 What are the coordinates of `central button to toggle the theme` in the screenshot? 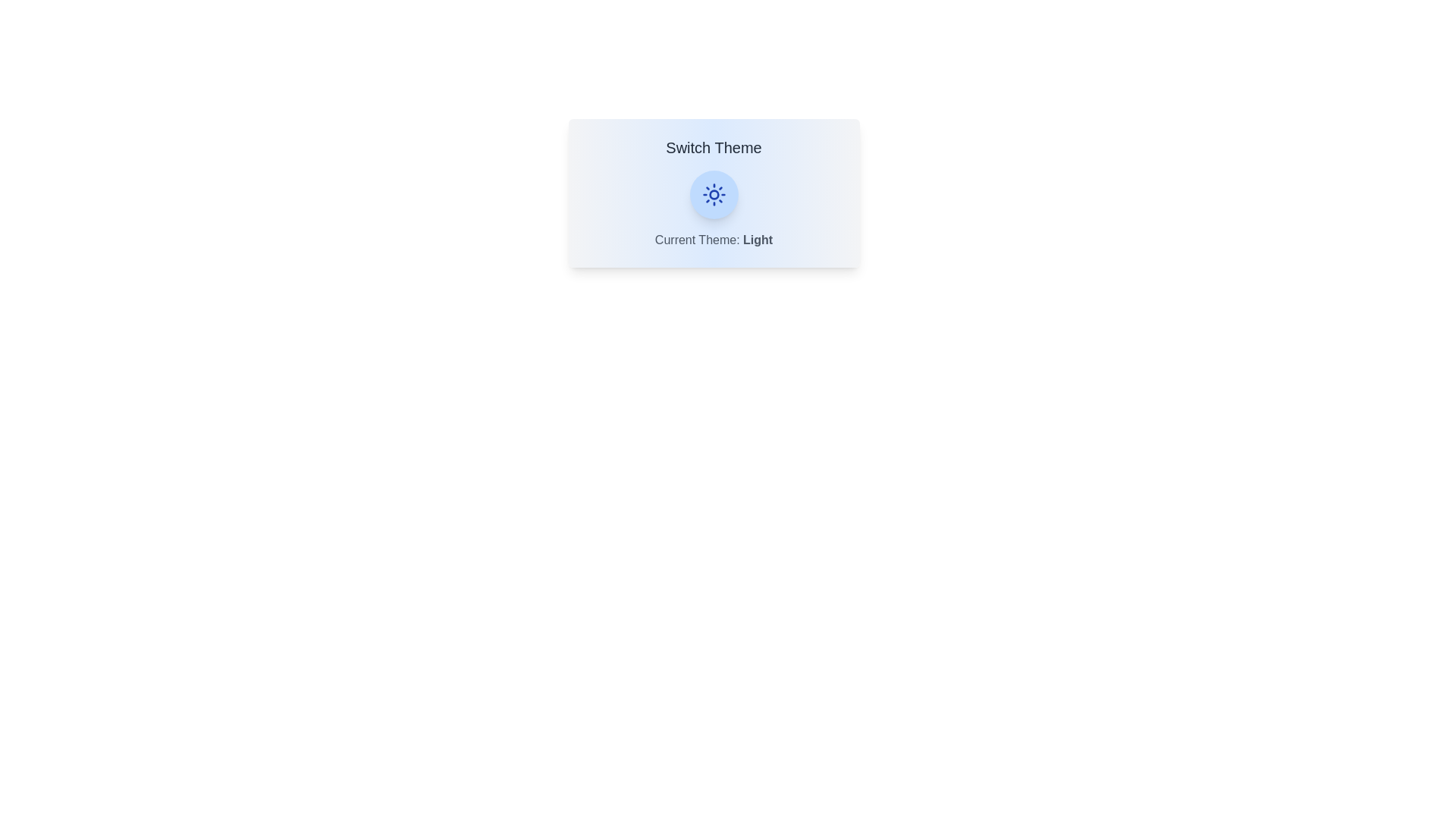 It's located at (713, 194).